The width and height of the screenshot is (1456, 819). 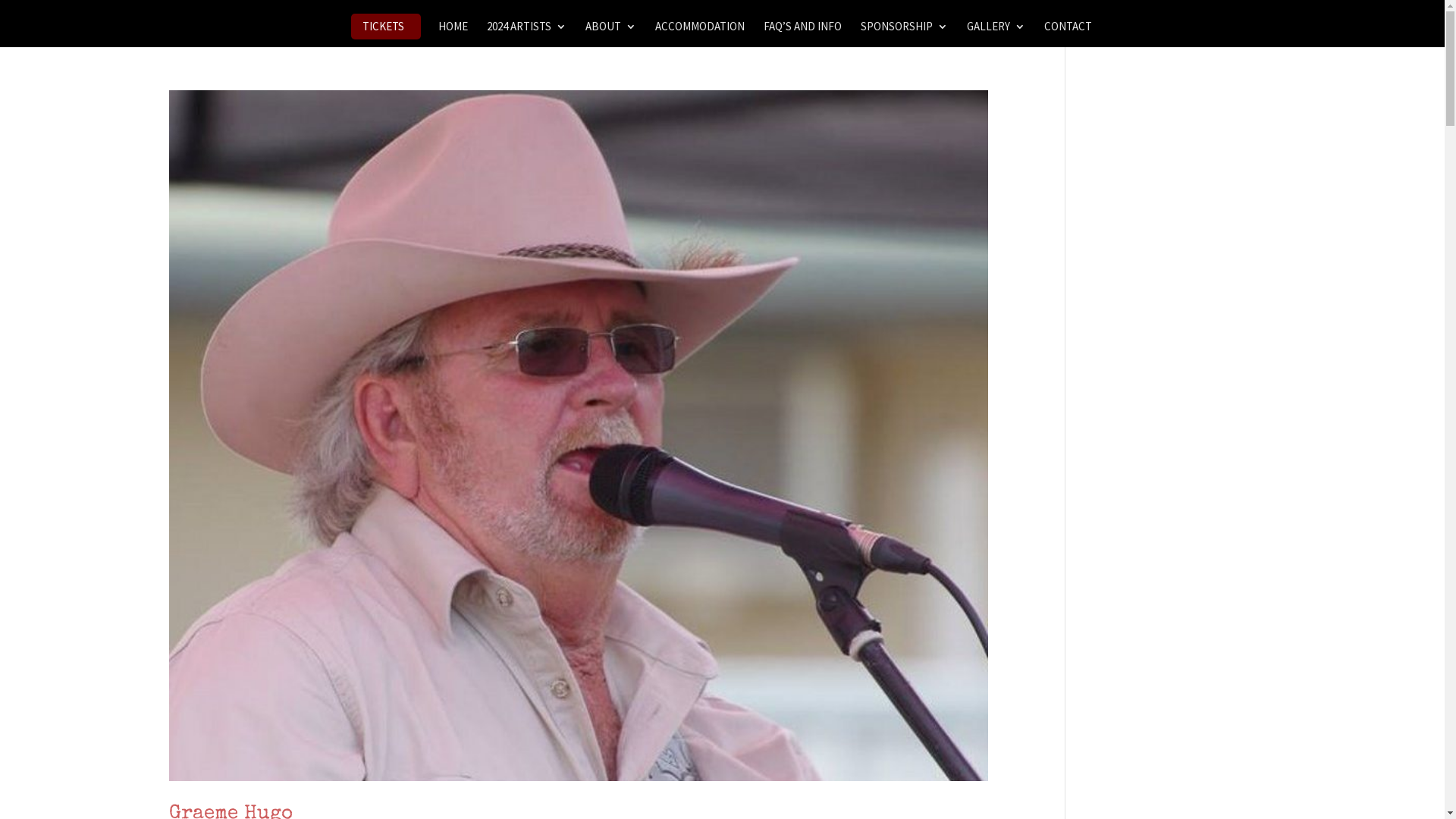 What do you see at coordinates (452, 33) in the screenshot?
I see `'HOME'` at bounding box center [452, 33].